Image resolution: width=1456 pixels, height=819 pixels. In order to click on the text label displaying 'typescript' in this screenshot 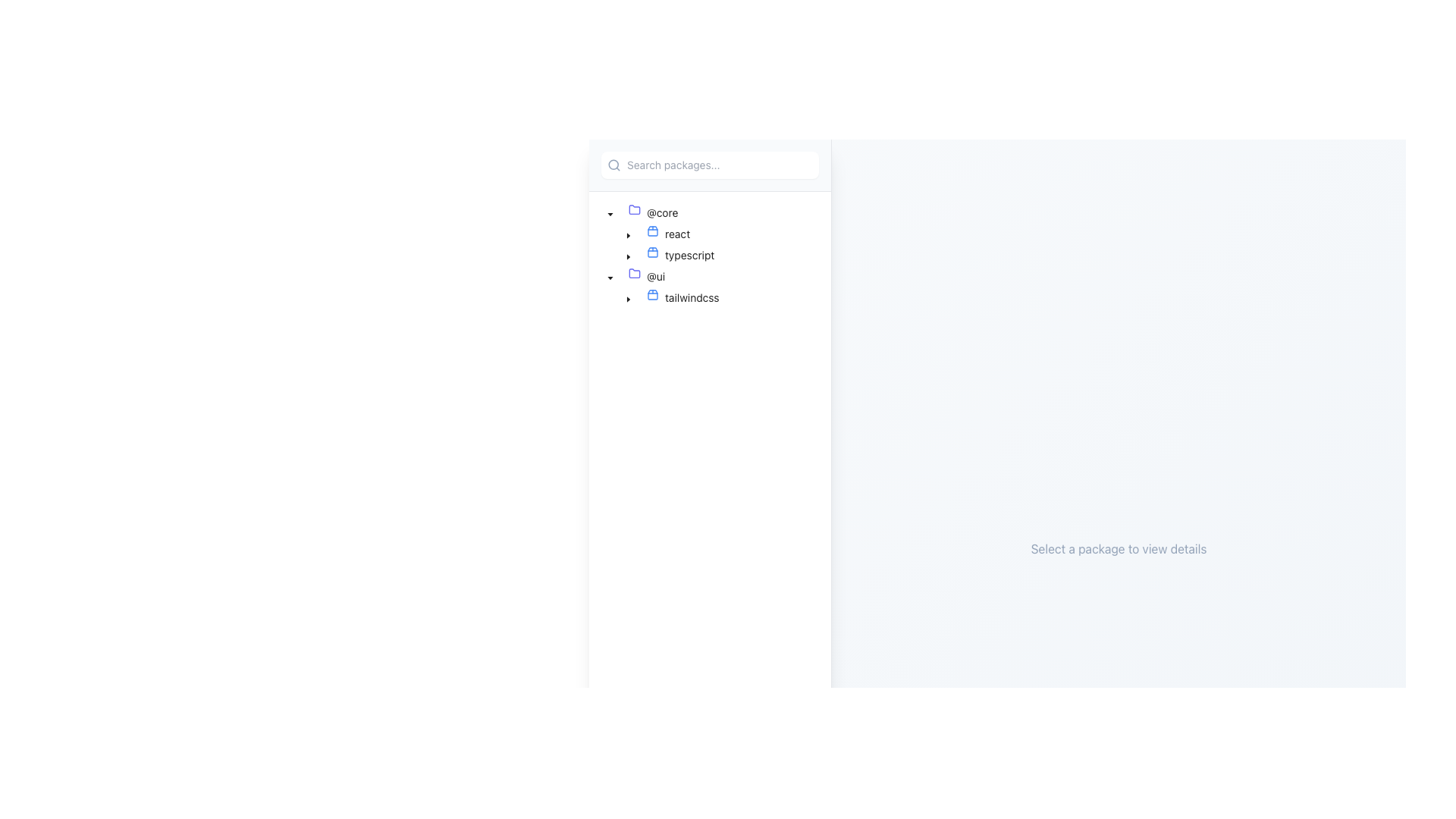, I will do `click(689, 254)`.